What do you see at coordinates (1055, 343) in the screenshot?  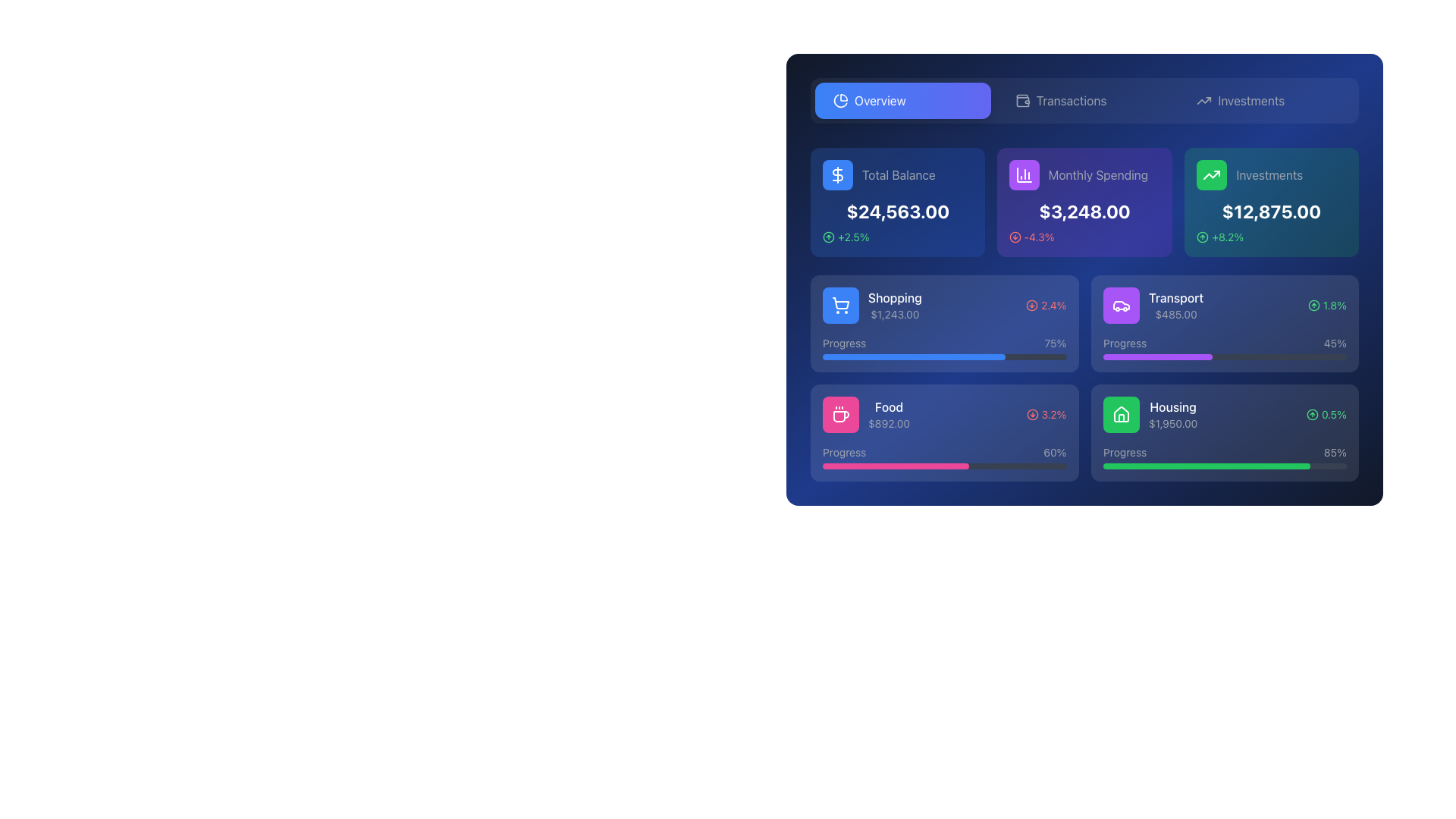 I see `the Text label that communicates a percentage value for the 'Transport' category, located to the right of the progress bar and below the 'Progress' section title` at bounding box center [1055, 343].